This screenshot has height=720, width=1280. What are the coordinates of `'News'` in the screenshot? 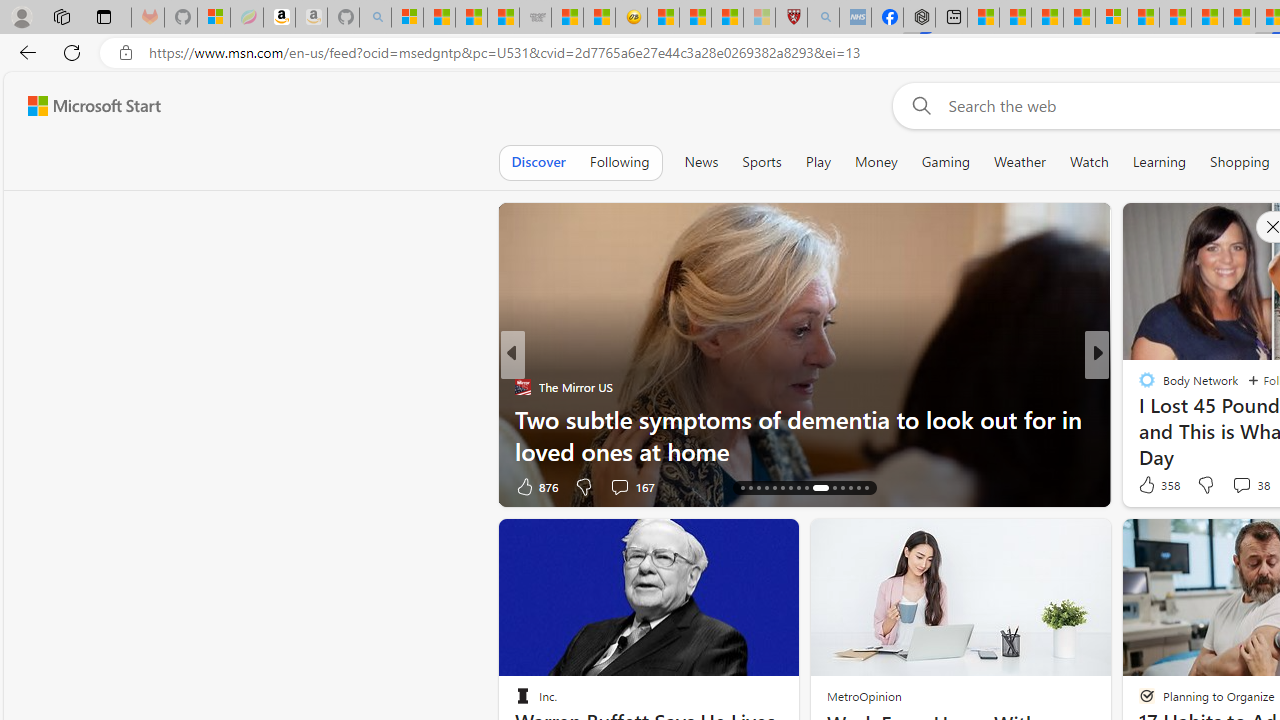 It's located at (701, 161).